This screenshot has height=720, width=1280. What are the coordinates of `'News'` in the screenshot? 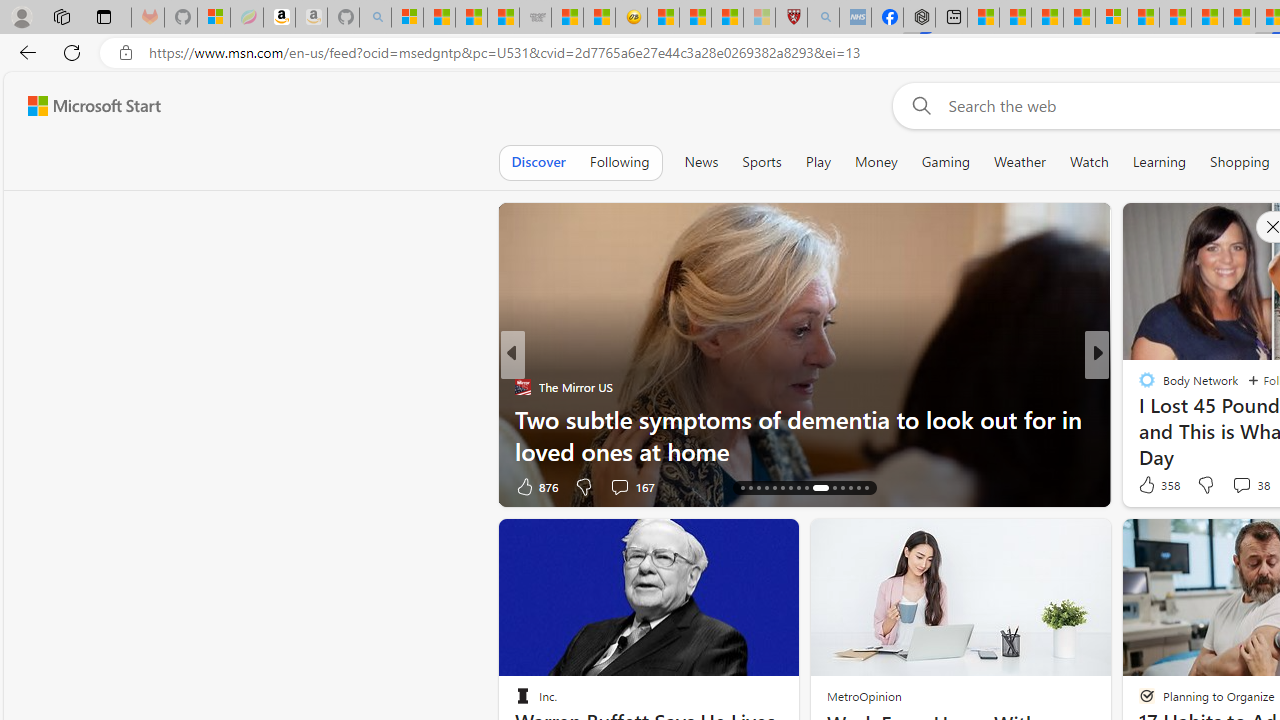 It's located at (701, 161).